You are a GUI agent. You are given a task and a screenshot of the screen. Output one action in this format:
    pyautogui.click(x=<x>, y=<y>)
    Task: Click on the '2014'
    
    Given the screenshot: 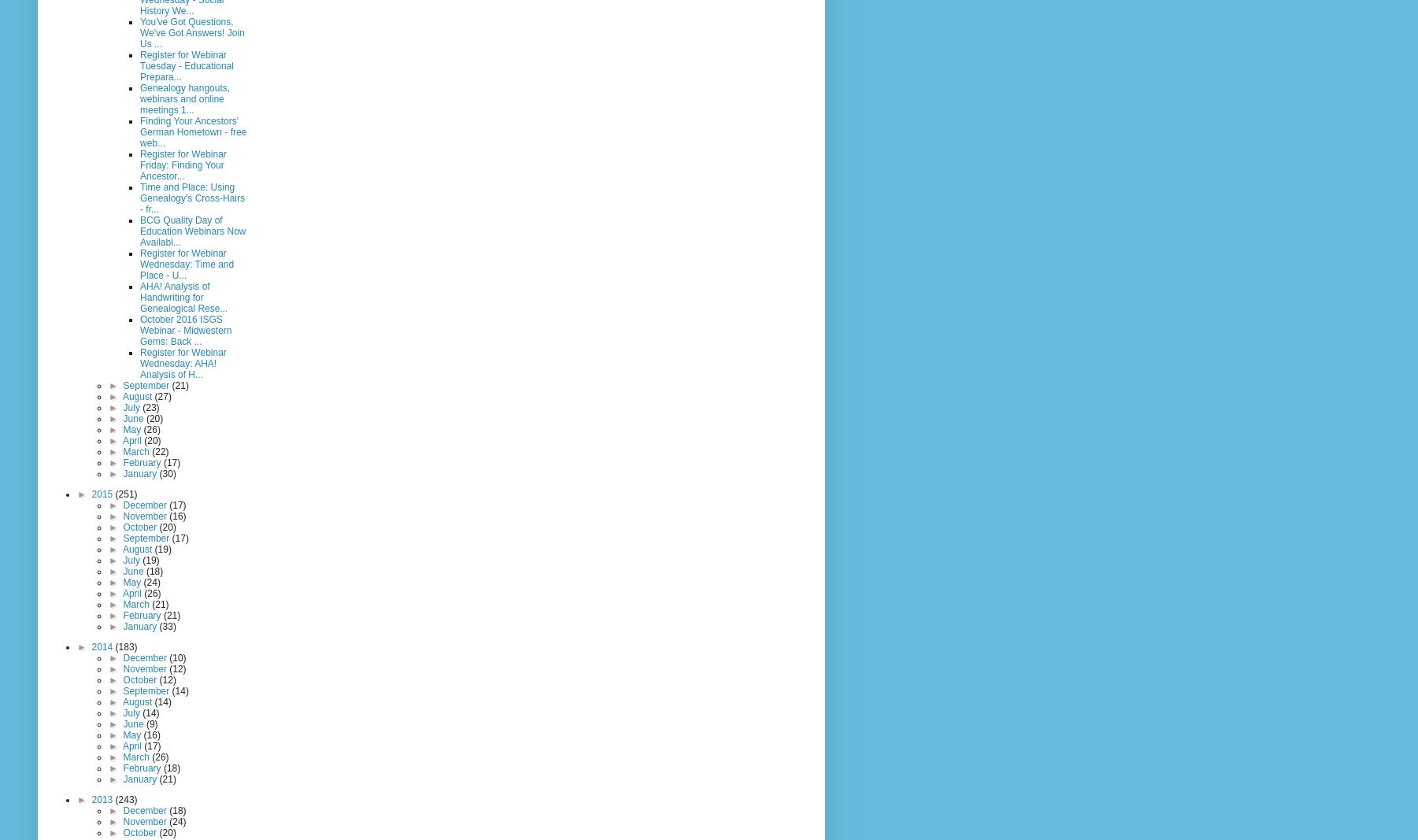 What is the action you would take?
    pyautogui.click(x=91, y=645)
    